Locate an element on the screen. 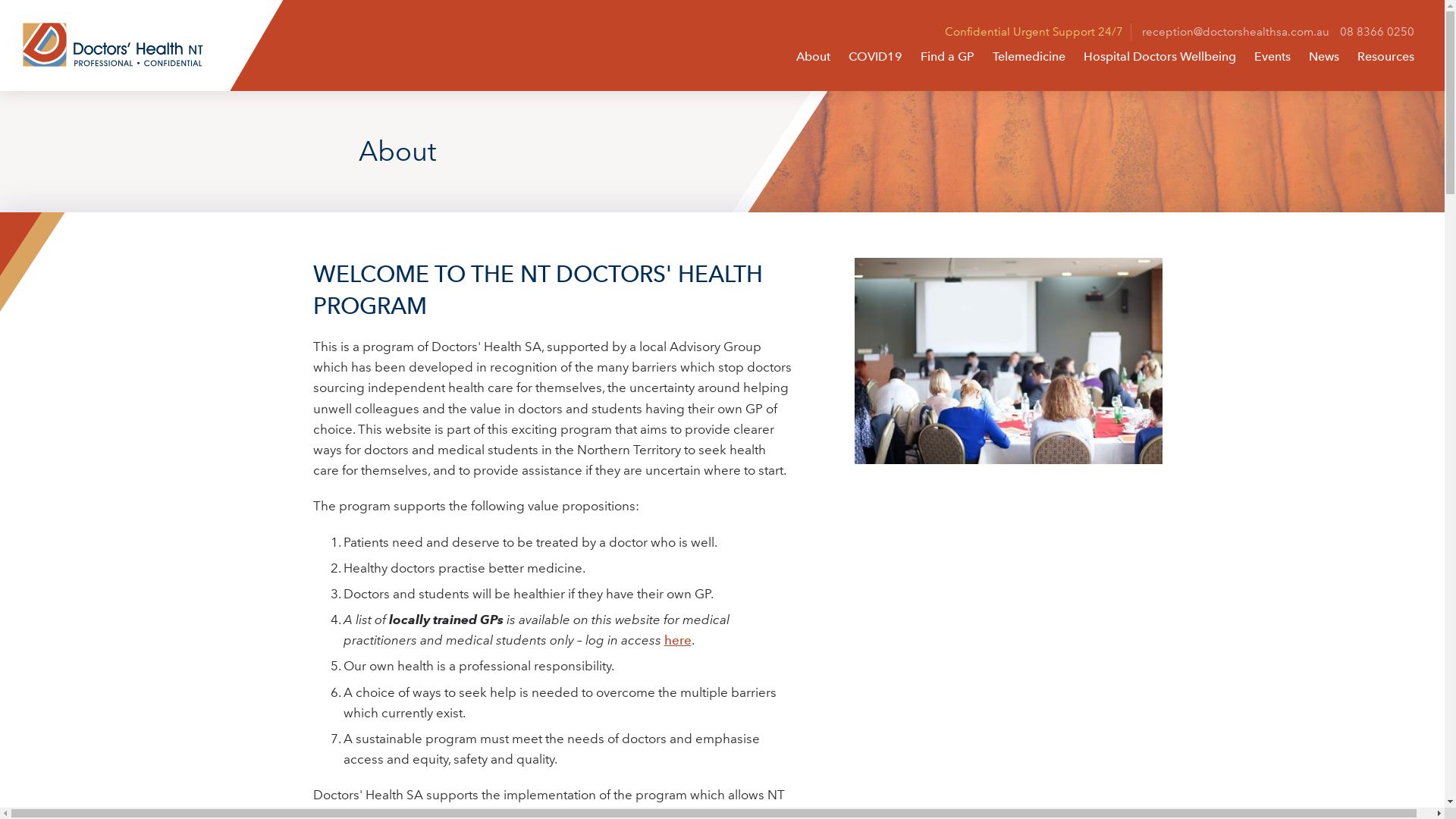 The height and width of the screenshot is (819, 1456). 'About' is located at coordinates (812, 55).